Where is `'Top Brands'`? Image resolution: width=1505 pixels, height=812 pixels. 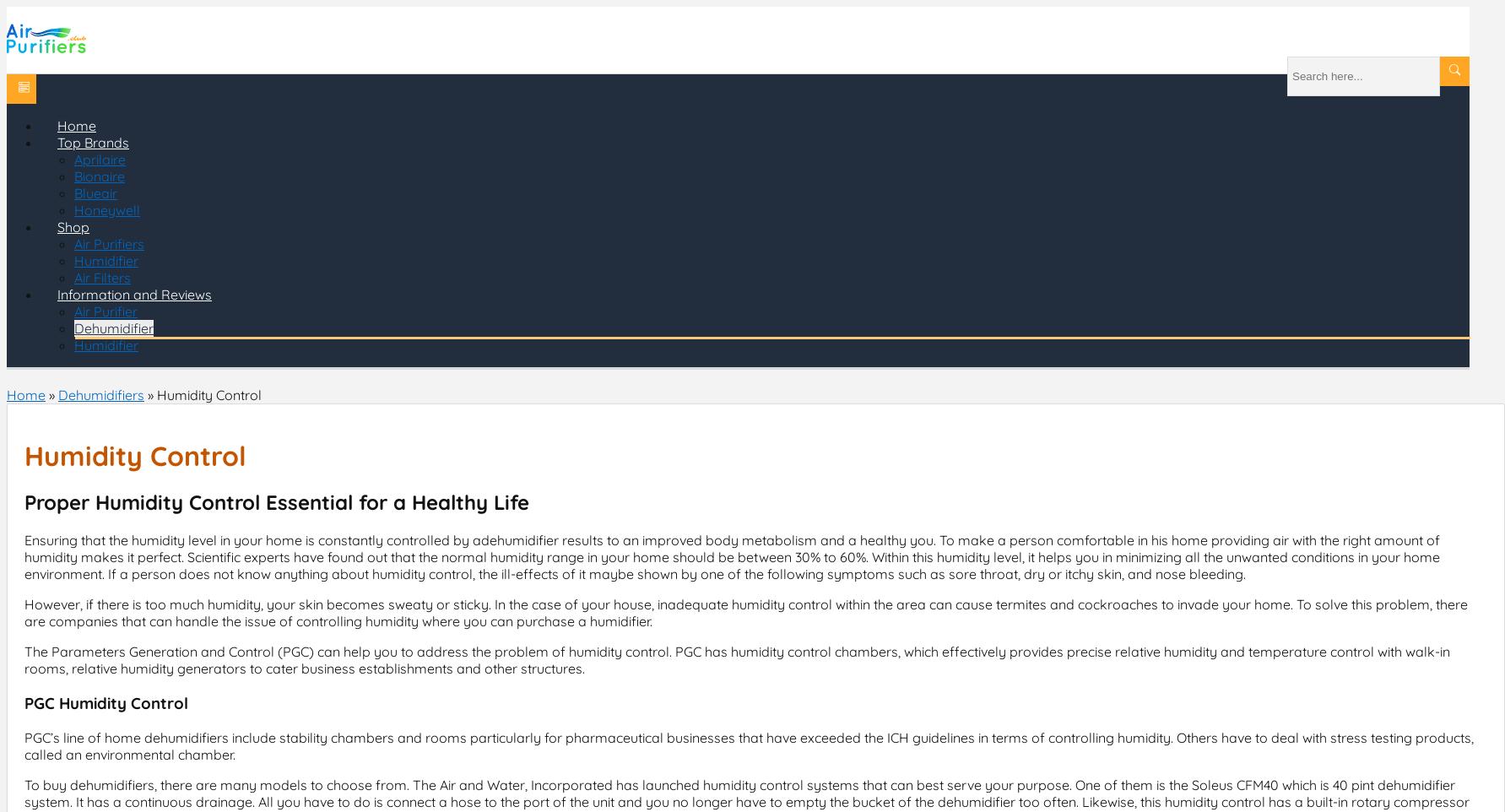 'Top Brands' is located at coordinates (92, 143).